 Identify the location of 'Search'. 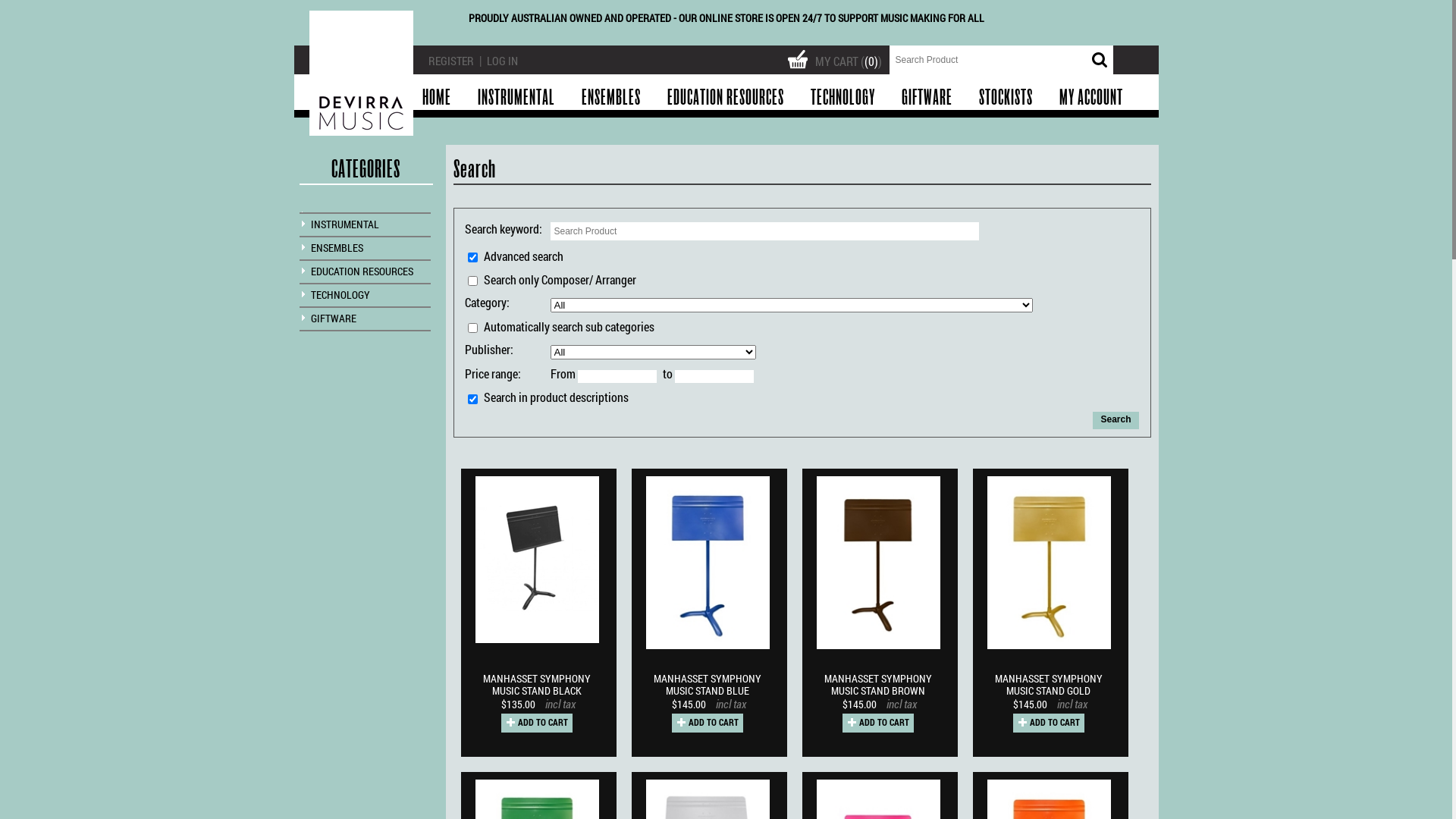
(1092, 420).